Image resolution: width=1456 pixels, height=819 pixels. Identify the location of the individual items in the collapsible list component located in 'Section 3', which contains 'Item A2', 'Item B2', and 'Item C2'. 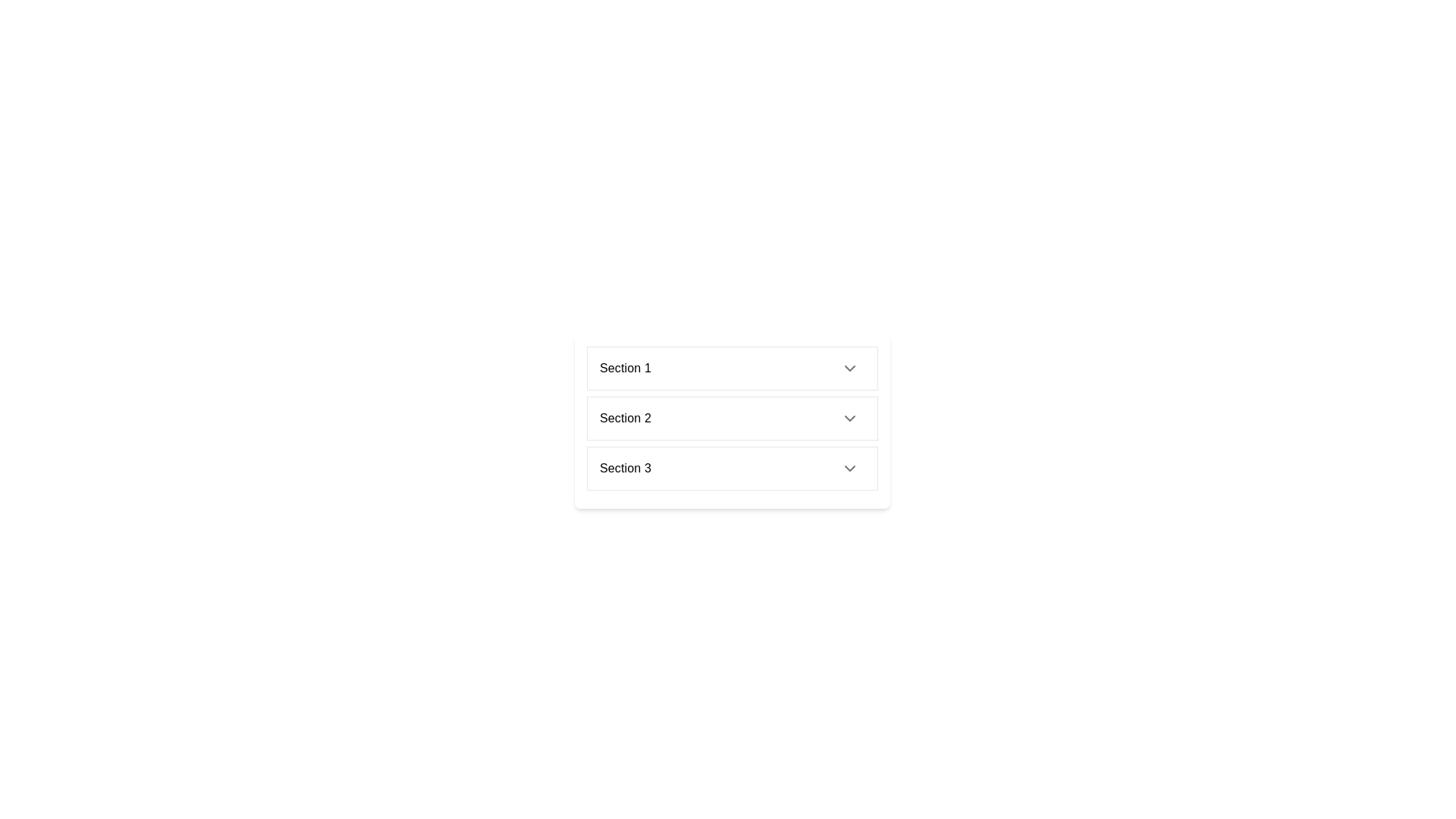
(732, 500).